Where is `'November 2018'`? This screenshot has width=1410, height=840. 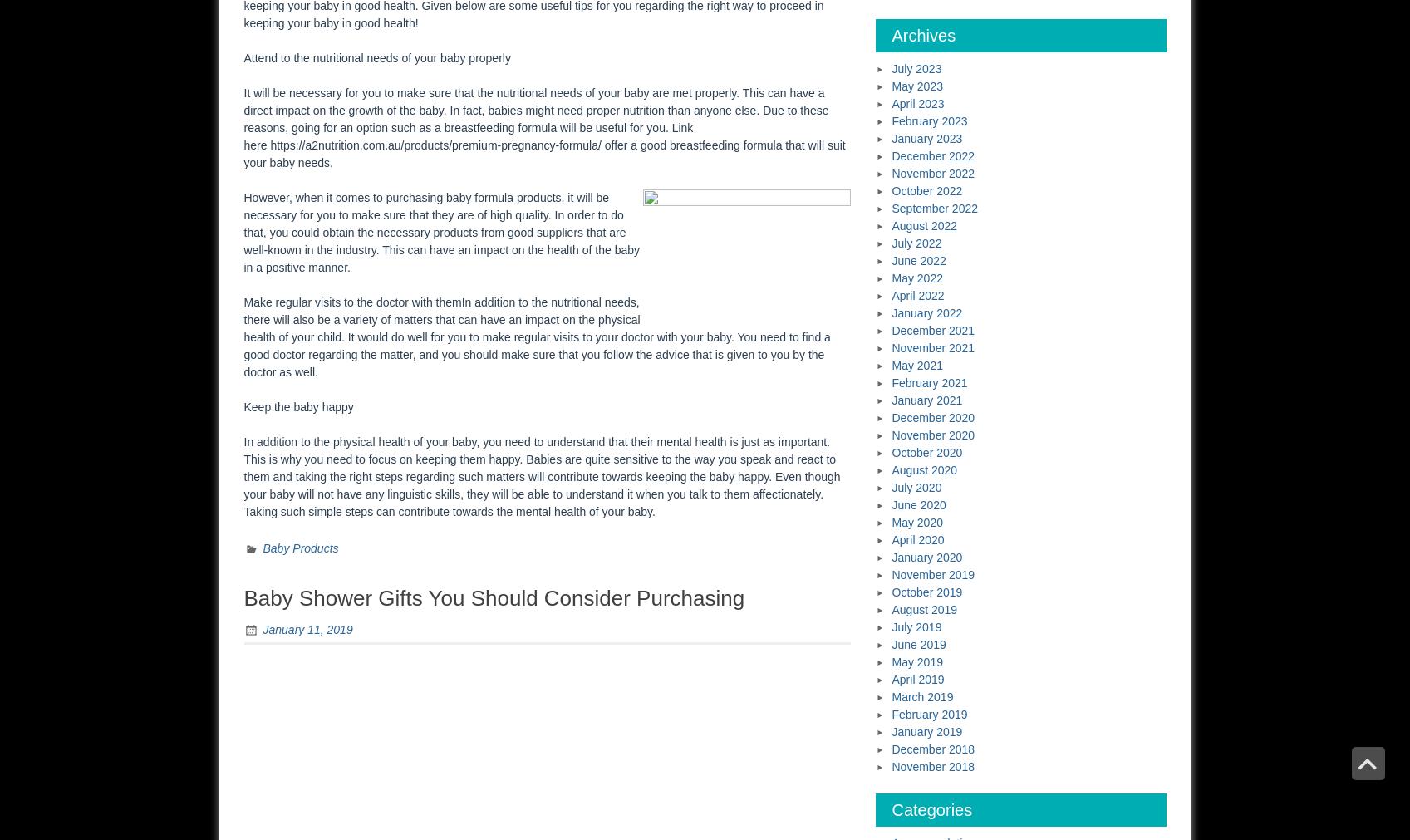
'November 2018' is located at coordinates (933, 766).